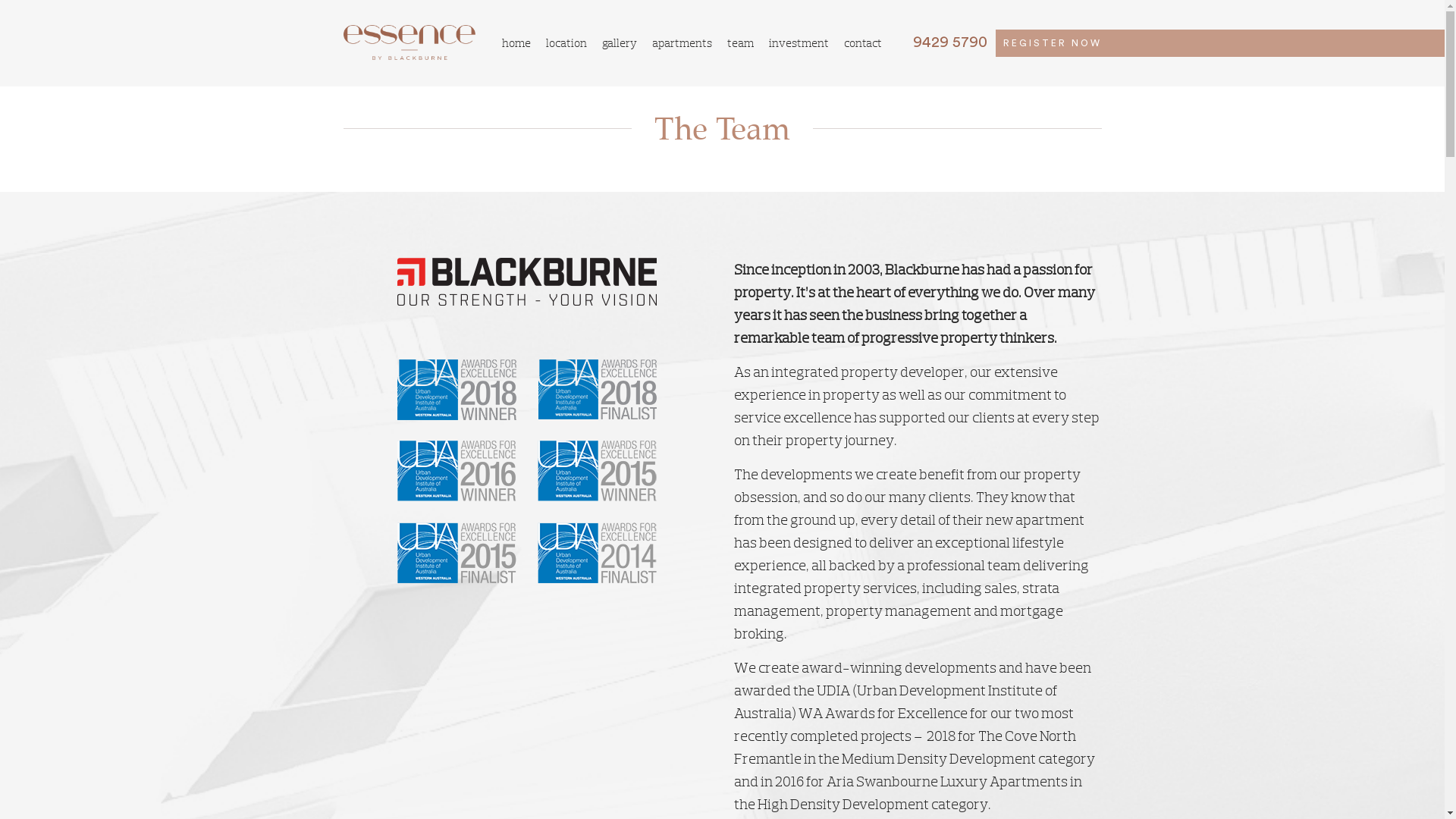 The height and width of the screenshot is (819, 1456). Describe the element at coordinates (566, 42) in the screenshot. I see `'location'` at that location.